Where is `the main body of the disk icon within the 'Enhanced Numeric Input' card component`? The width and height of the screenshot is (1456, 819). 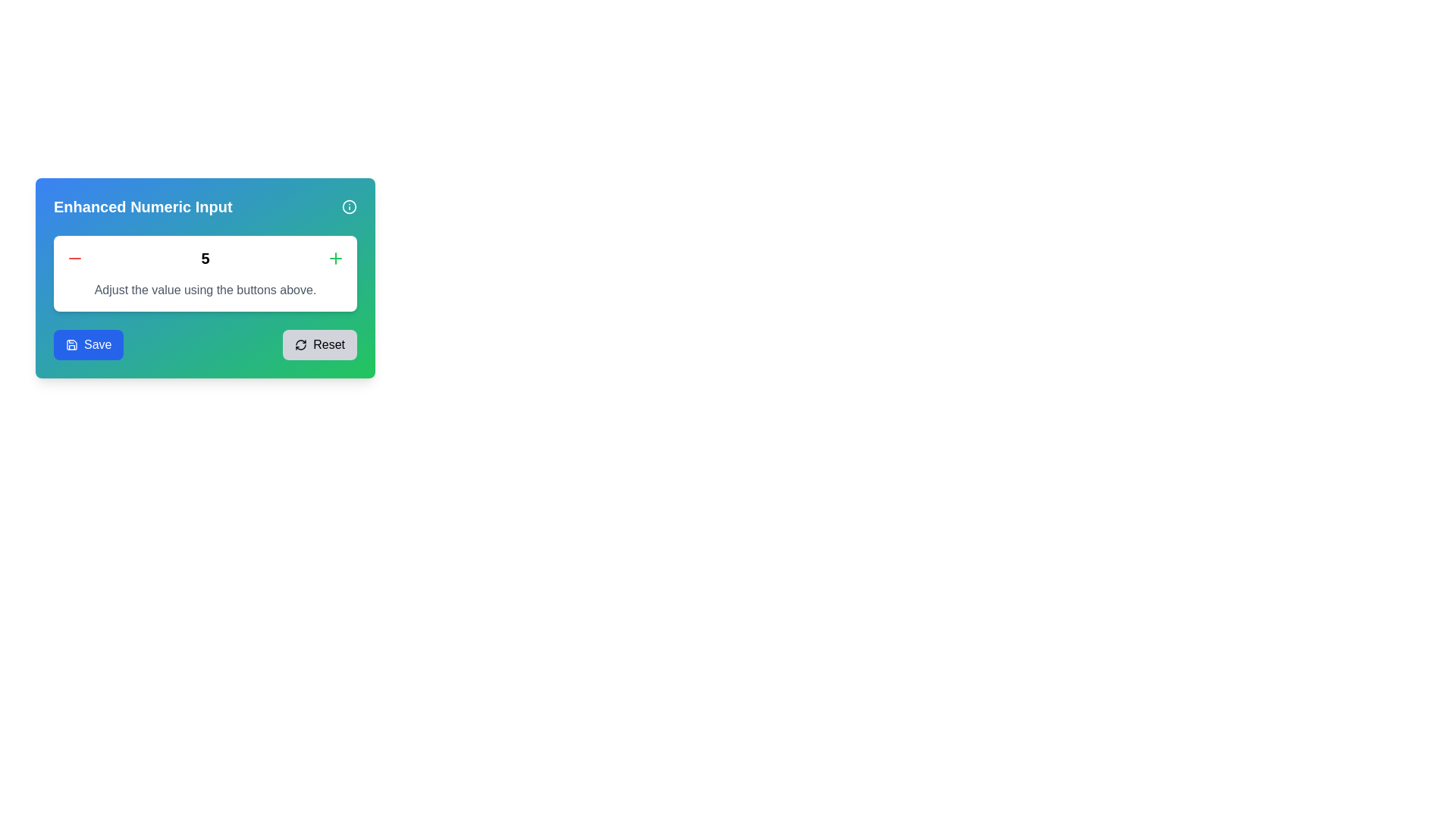
the main body of the disk icon within the 'Enhanced Numeric Input' card component is located at coordinates (71, 345).